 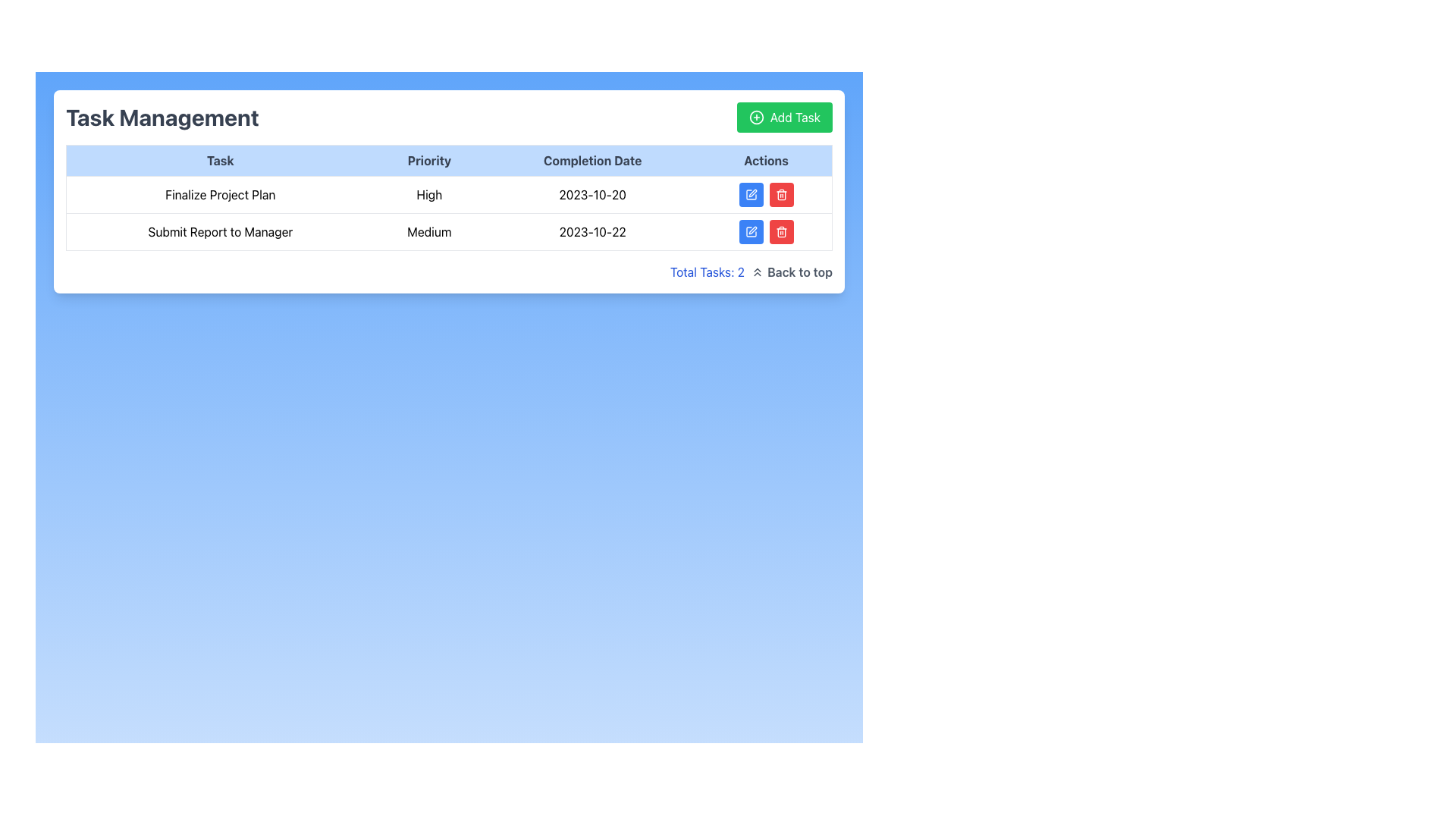 I want to click on the text label indicating the priority level of the task 'Finalize Project Plan' in the task management system, located in the second column of the first row within the 'Priority' column, so click(x=428, y=194).